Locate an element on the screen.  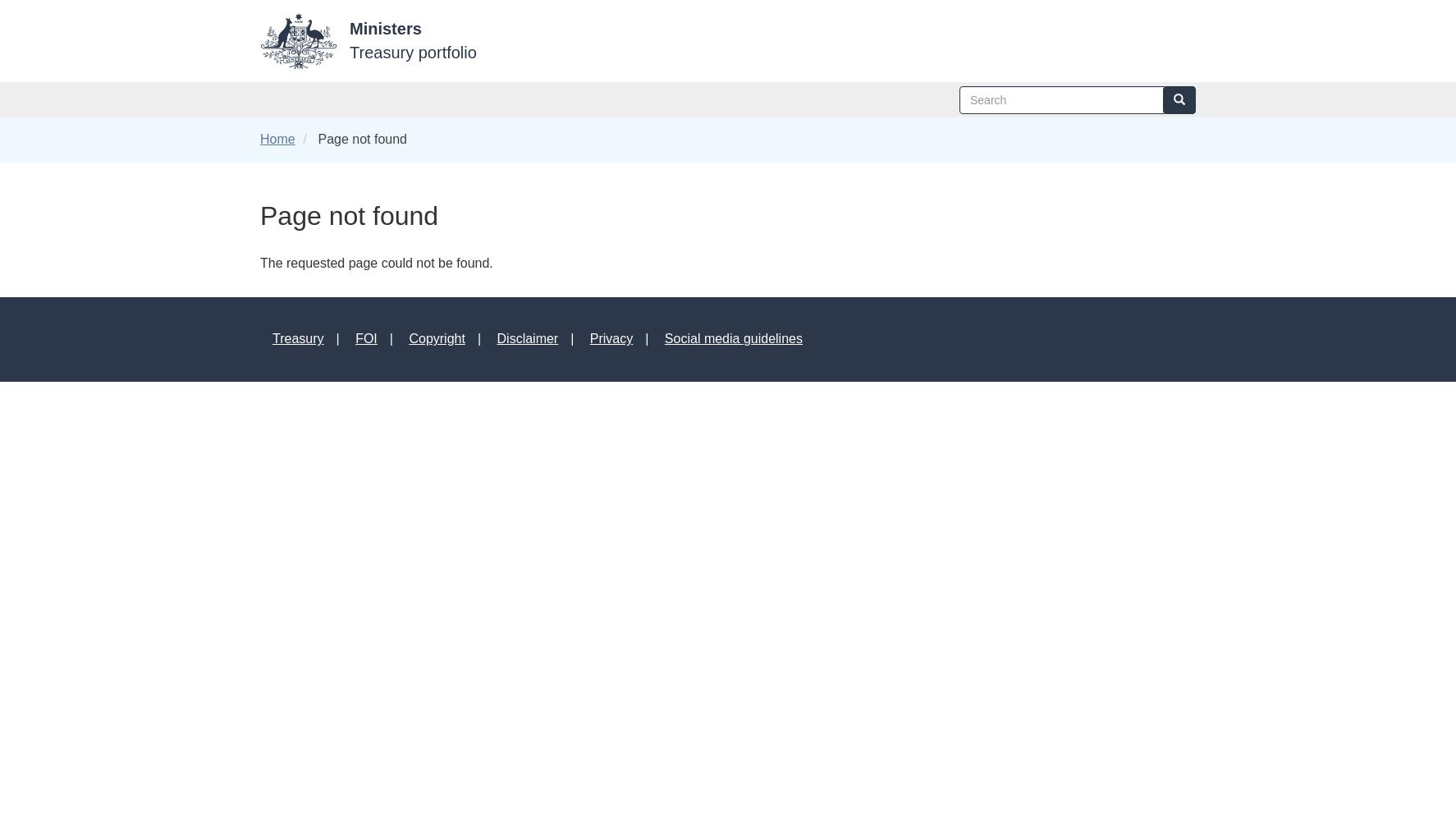
'Treasury portfolio' is located at coordinates (412, 52).